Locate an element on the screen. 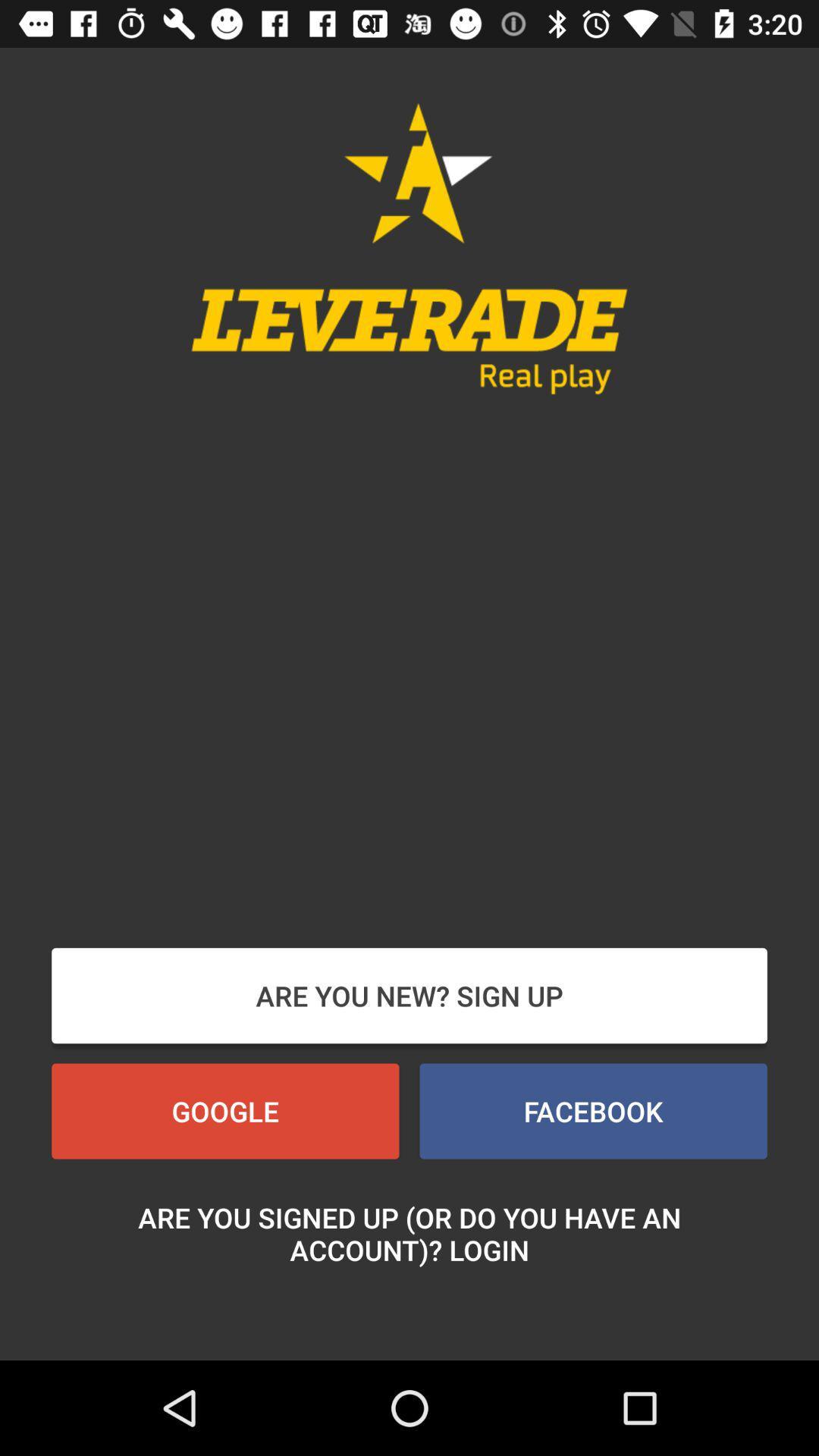 The width and height of the screenshot is (819, 1456). icon to the left of facebook item is located at coordinates (225, 1111).